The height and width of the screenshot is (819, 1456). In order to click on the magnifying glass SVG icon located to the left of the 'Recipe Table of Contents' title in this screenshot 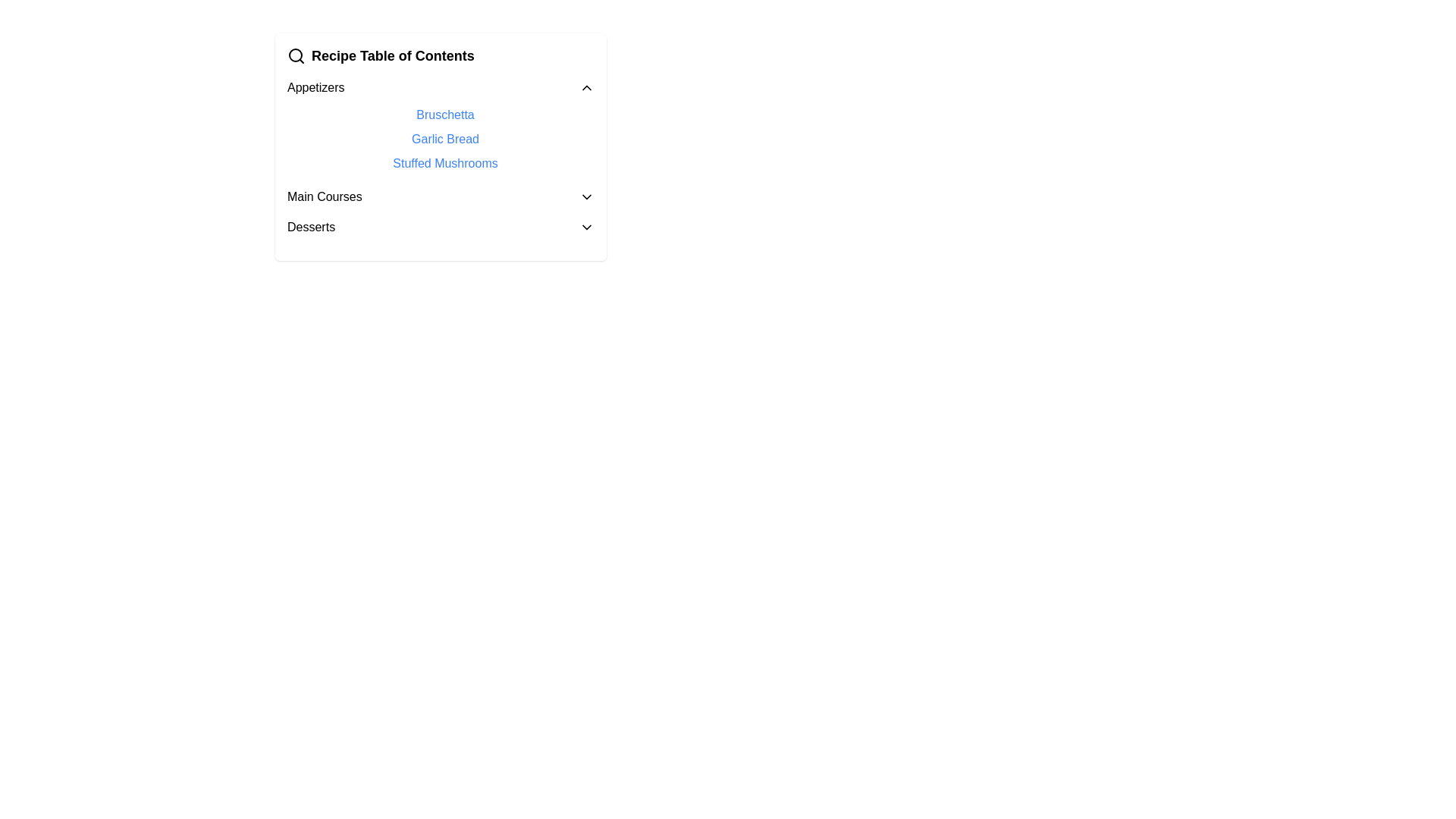, I will do `click(296, 55)`.